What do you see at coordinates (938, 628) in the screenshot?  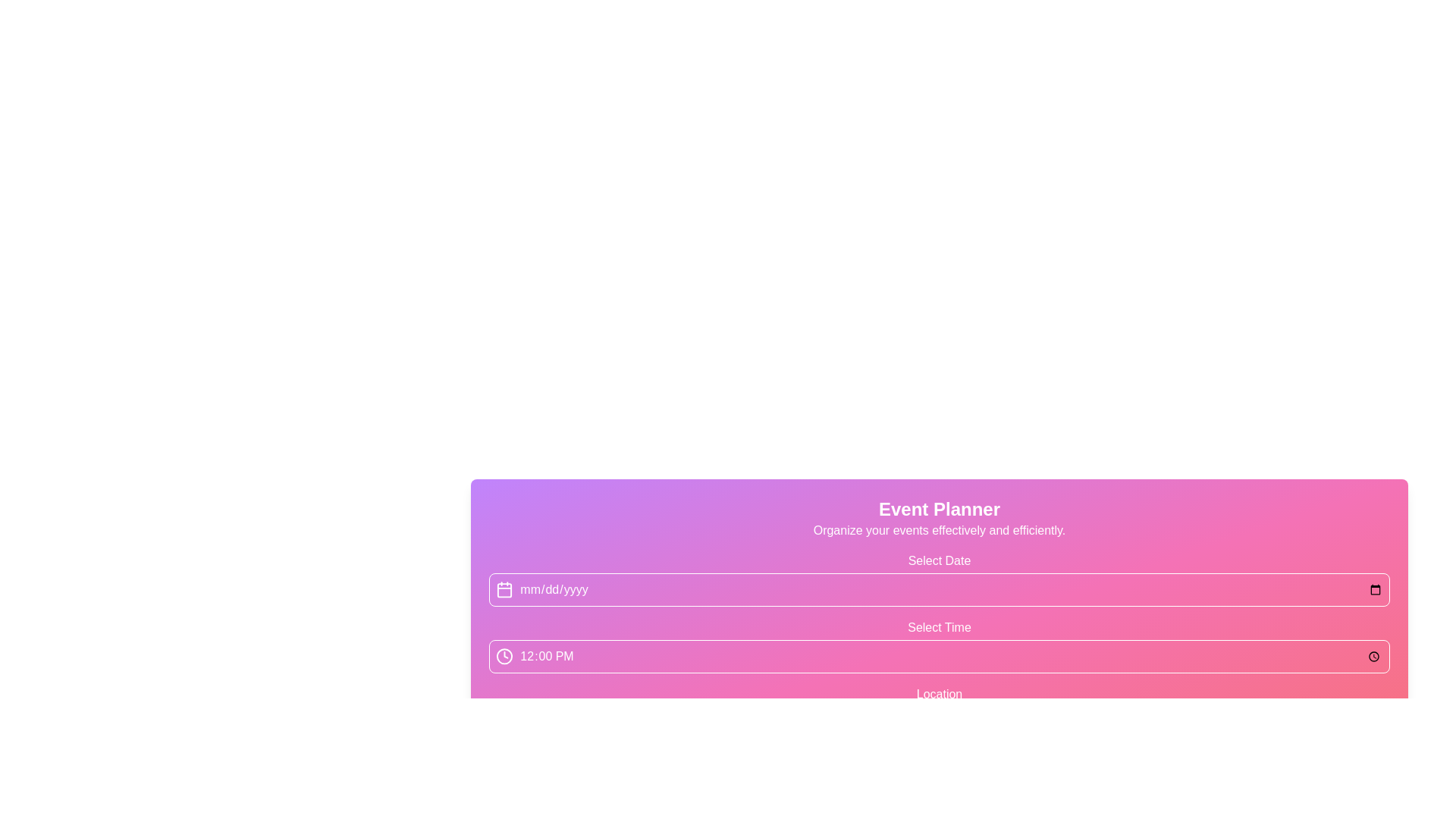 I see `the 'Select Time' text label, which has a white font and medium weight, positioned at the top of the time selection area above the input field and clock icon` at bounding box center [938, 628].